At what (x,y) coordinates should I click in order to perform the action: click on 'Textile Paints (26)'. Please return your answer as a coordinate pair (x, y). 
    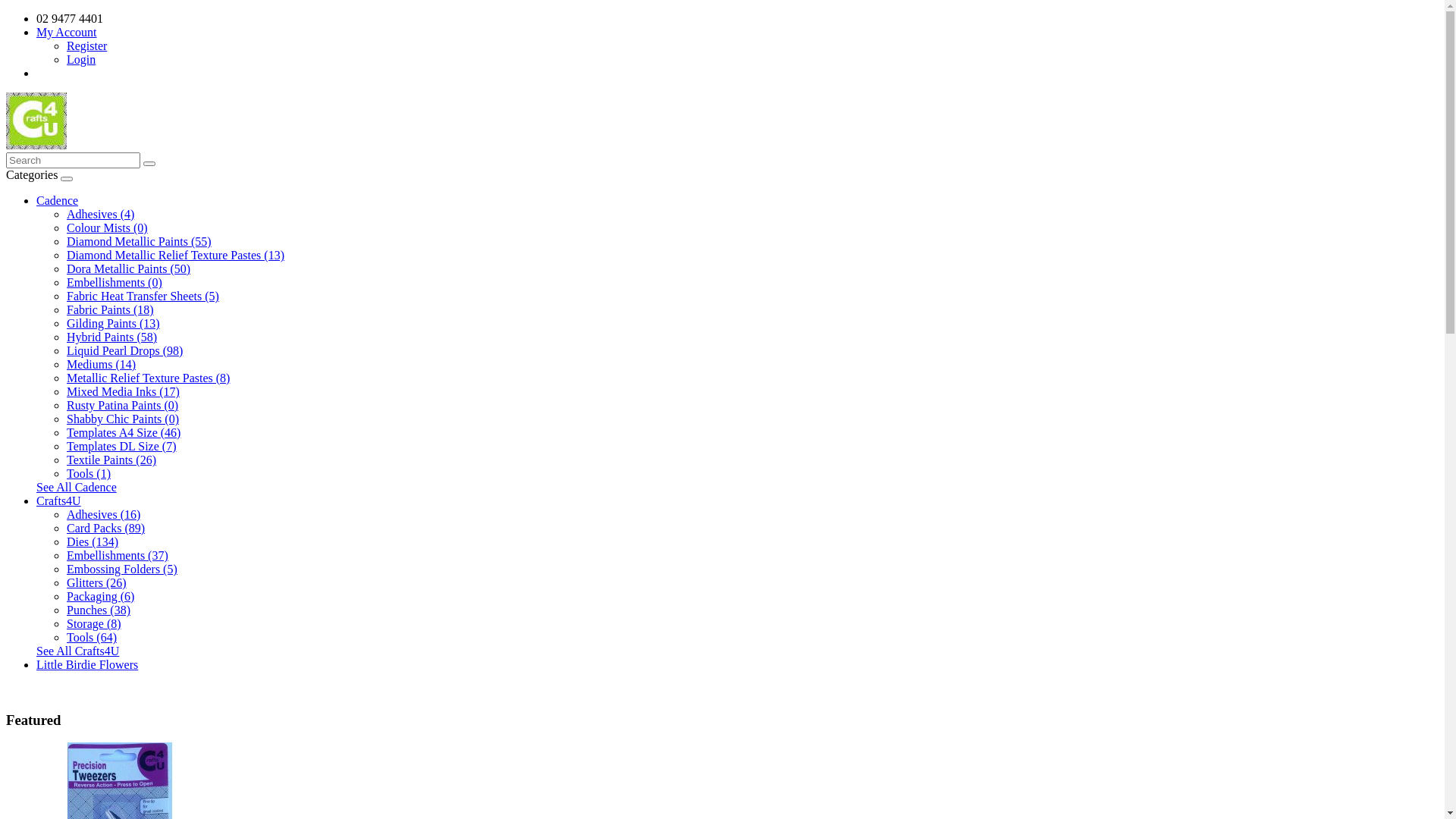
    Looking at the image, I should click on (111, 459).